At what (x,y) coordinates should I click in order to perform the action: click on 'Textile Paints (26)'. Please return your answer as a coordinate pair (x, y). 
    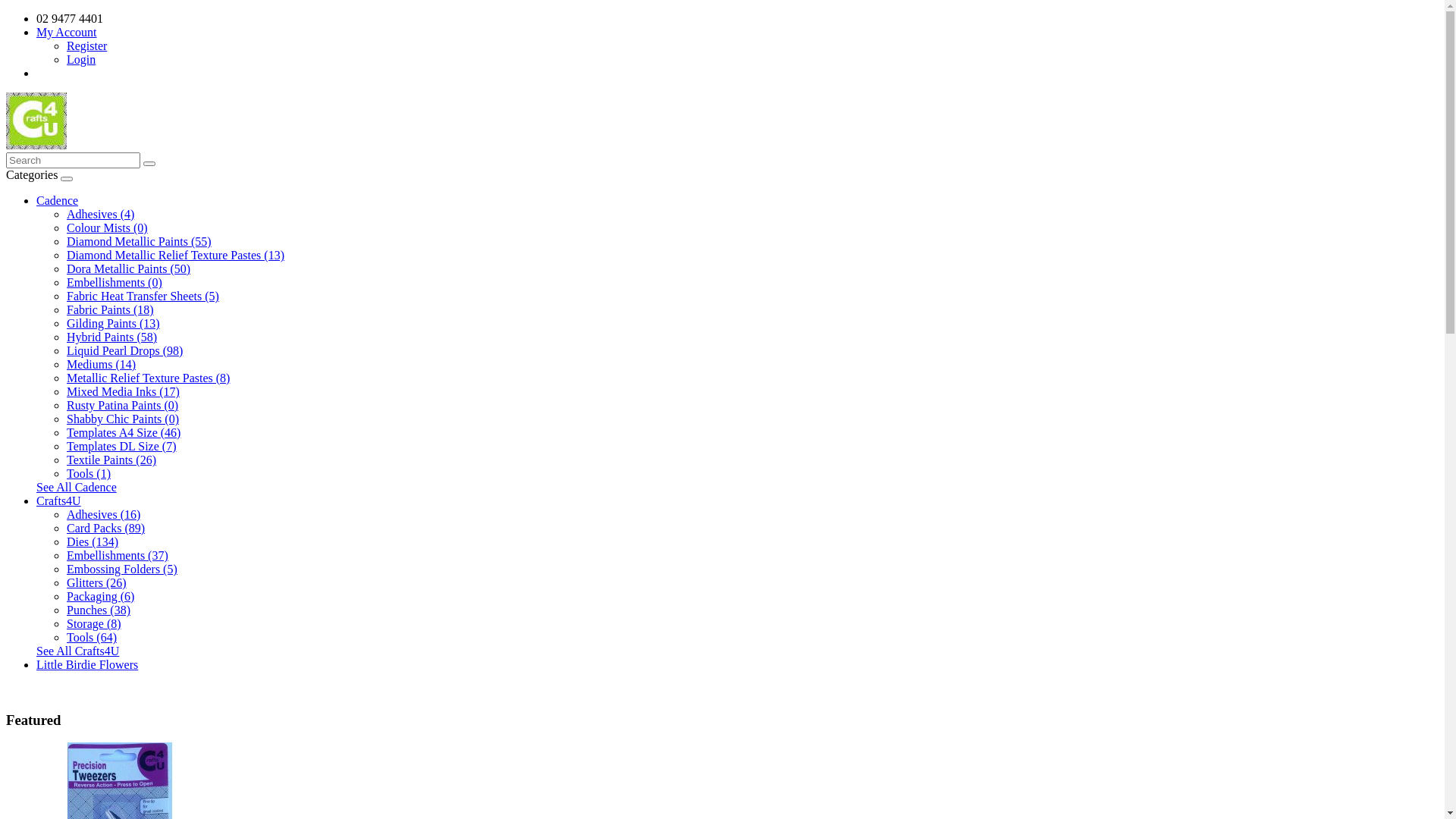
    Looking at the image, I should click on (111, 459).